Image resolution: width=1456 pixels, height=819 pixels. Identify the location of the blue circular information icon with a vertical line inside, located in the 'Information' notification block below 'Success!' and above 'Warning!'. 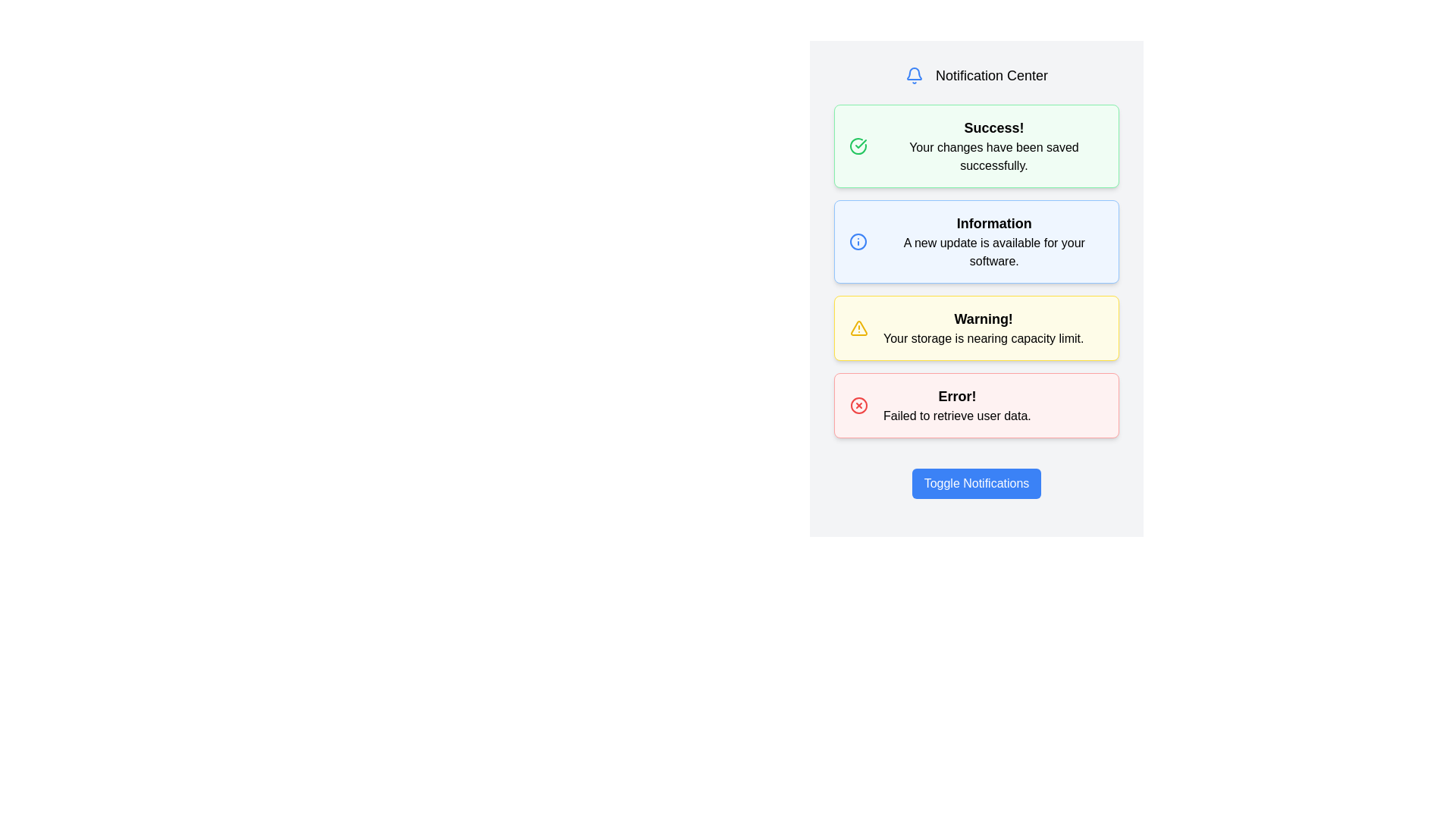
(858, 241).